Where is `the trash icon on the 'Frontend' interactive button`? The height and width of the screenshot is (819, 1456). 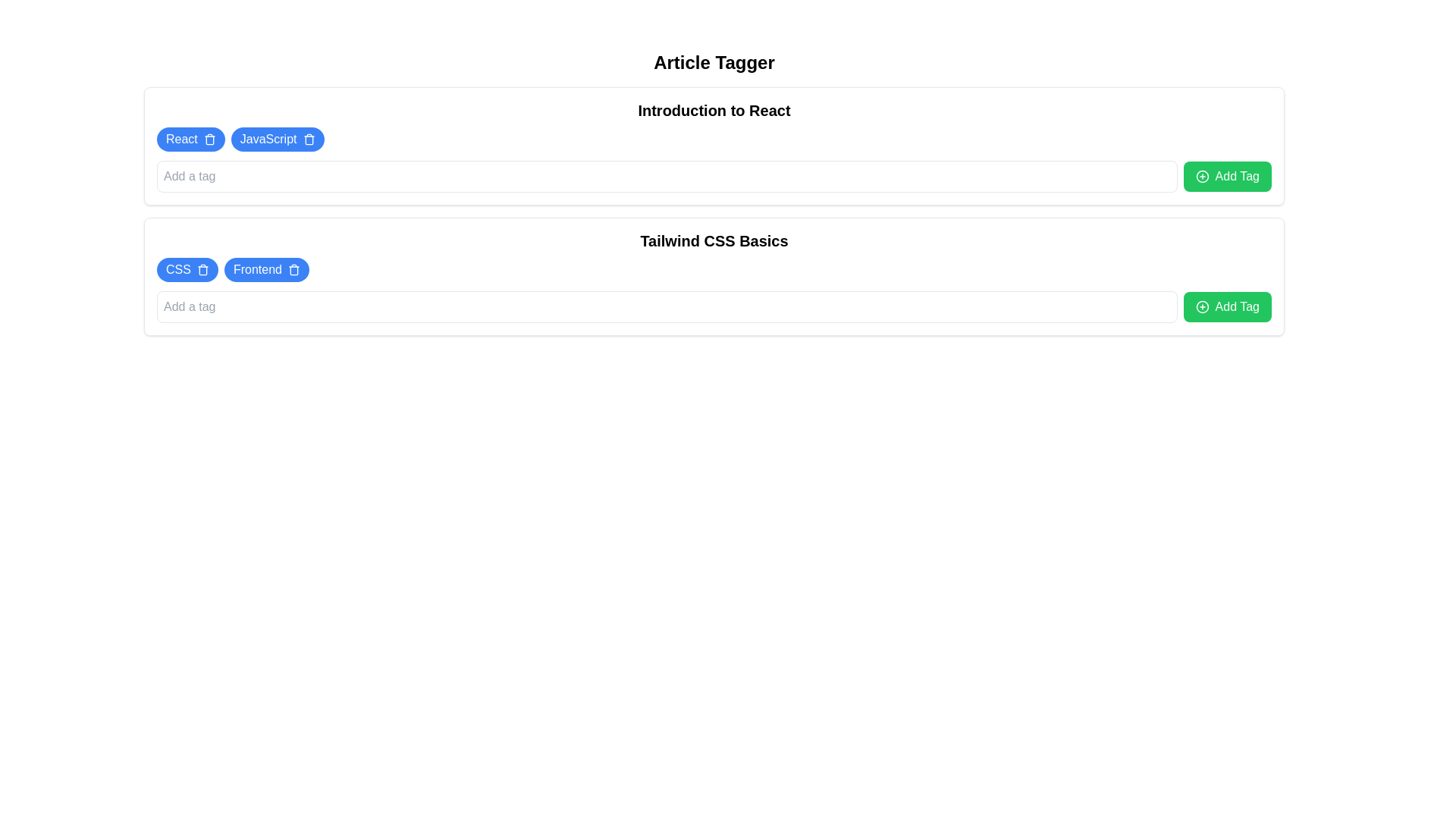 the trash icon on the 'Frontend' interactive button is located at coordinates (266, 268).